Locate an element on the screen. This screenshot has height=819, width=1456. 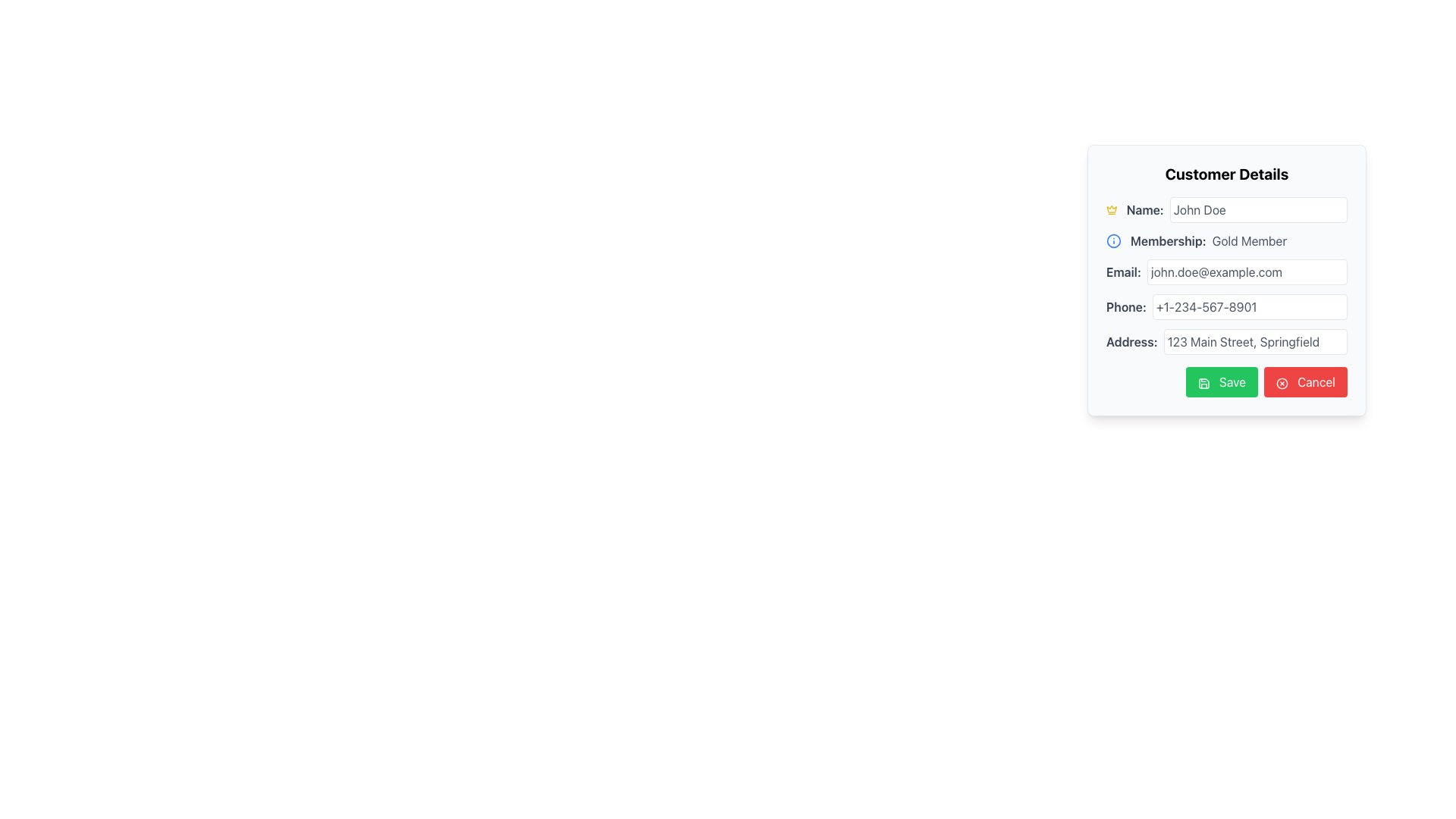
the label indicating the address input field, located in the middle right region of the interface is located at coordinates (1131, 342).